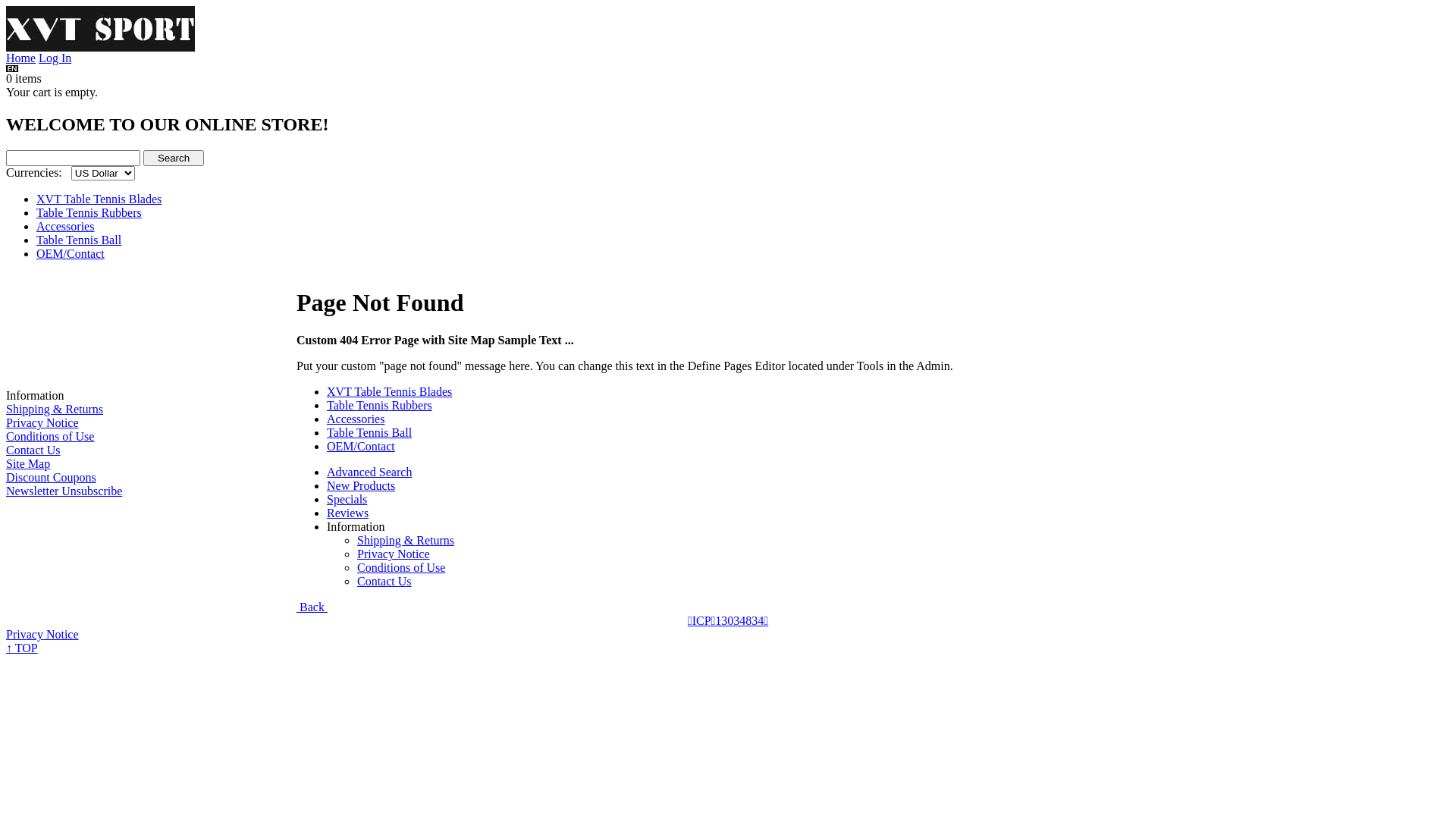 Image resolution: width=1456 pixels, height=819 pixels. I want to click on ' English ', so click(11, 68).